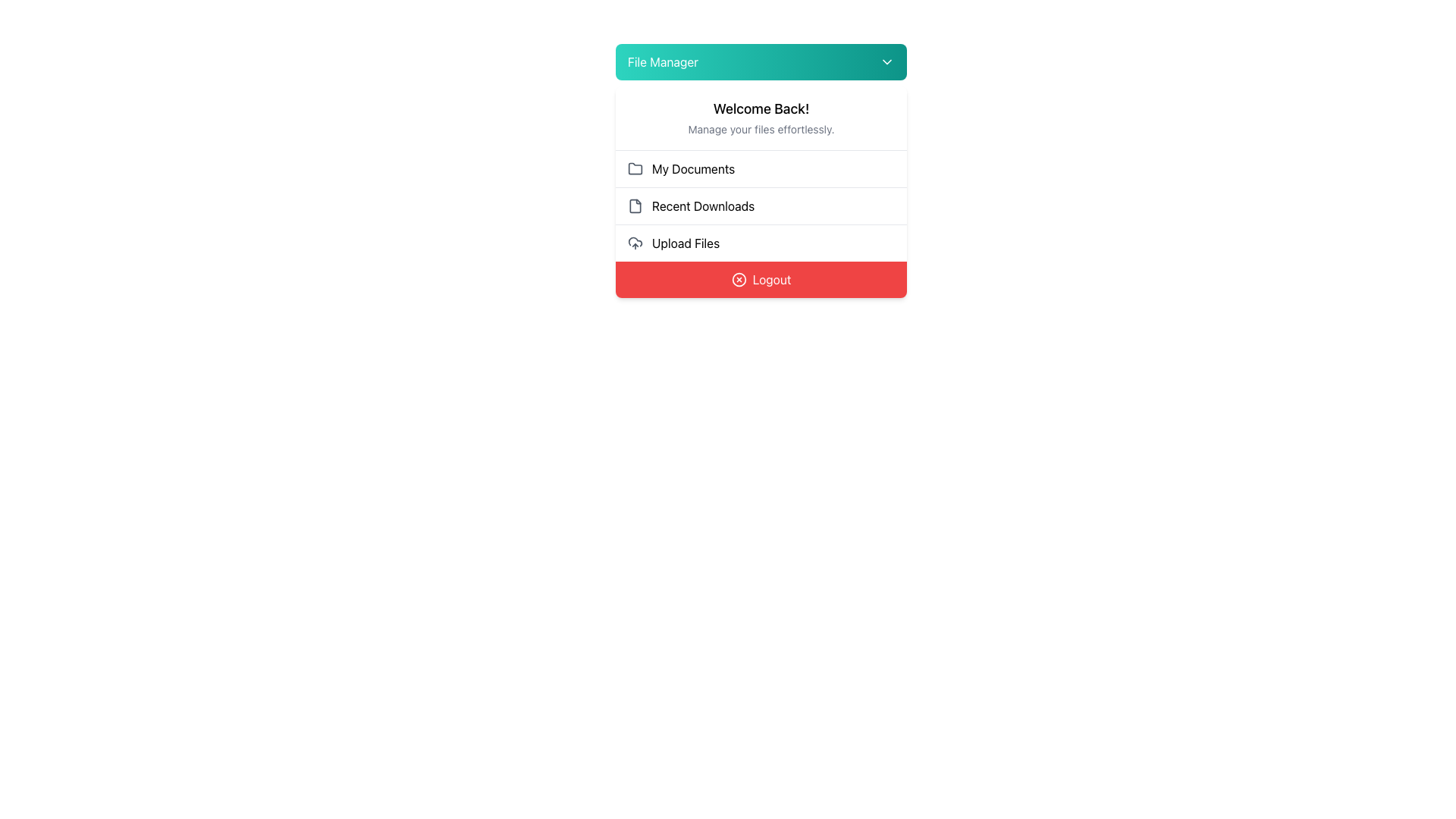  What do you see at coordinates (761, 108) in the screenshot?
I see `the bold text display that says 'Welcome Back!', which is centrally positioned above the subtitle 'Manage your files effortlessly'` at bounding box center [761, 108].